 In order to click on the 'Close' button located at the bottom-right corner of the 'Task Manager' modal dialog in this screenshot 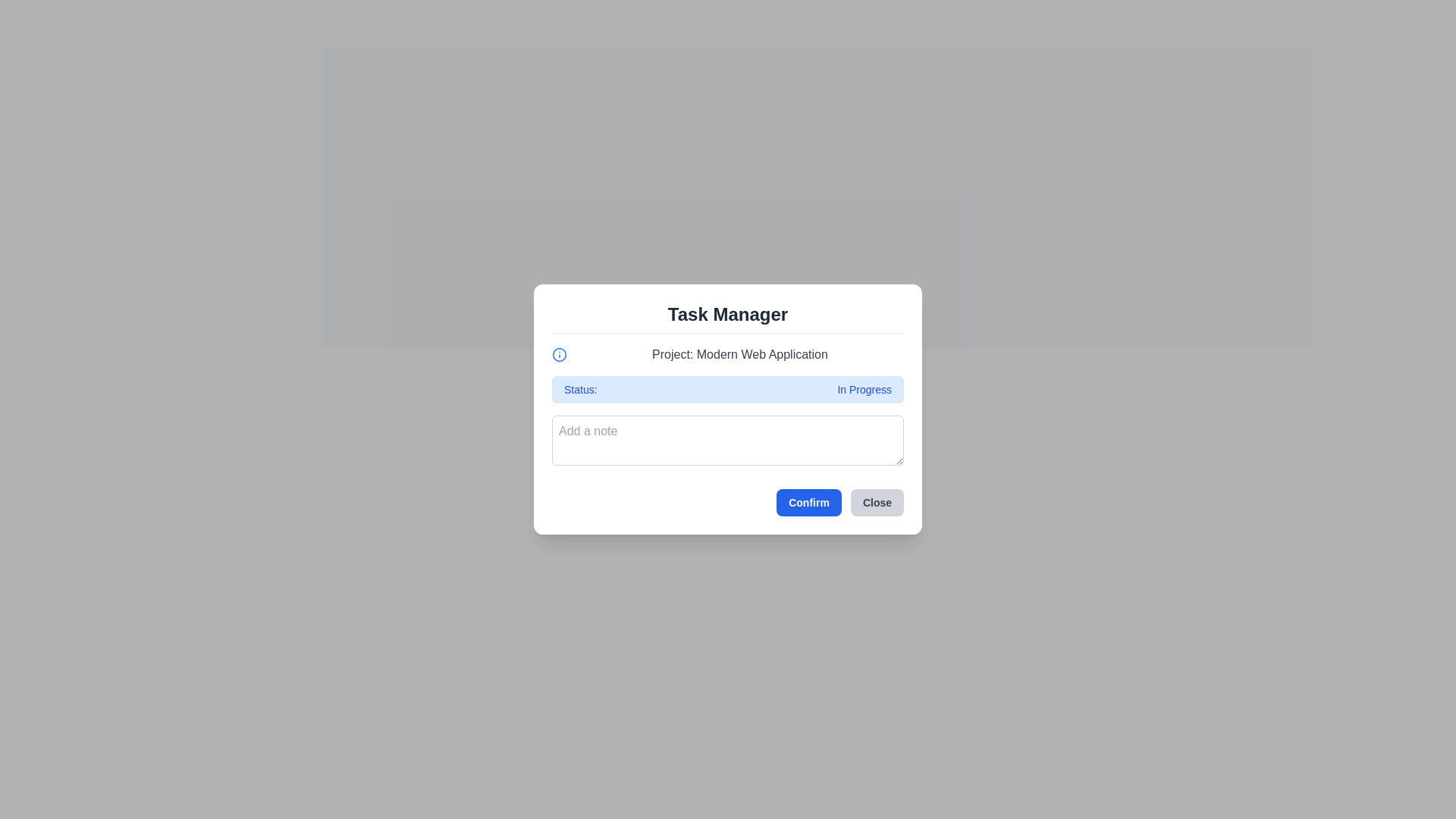, I will do `click(877, 503)`.